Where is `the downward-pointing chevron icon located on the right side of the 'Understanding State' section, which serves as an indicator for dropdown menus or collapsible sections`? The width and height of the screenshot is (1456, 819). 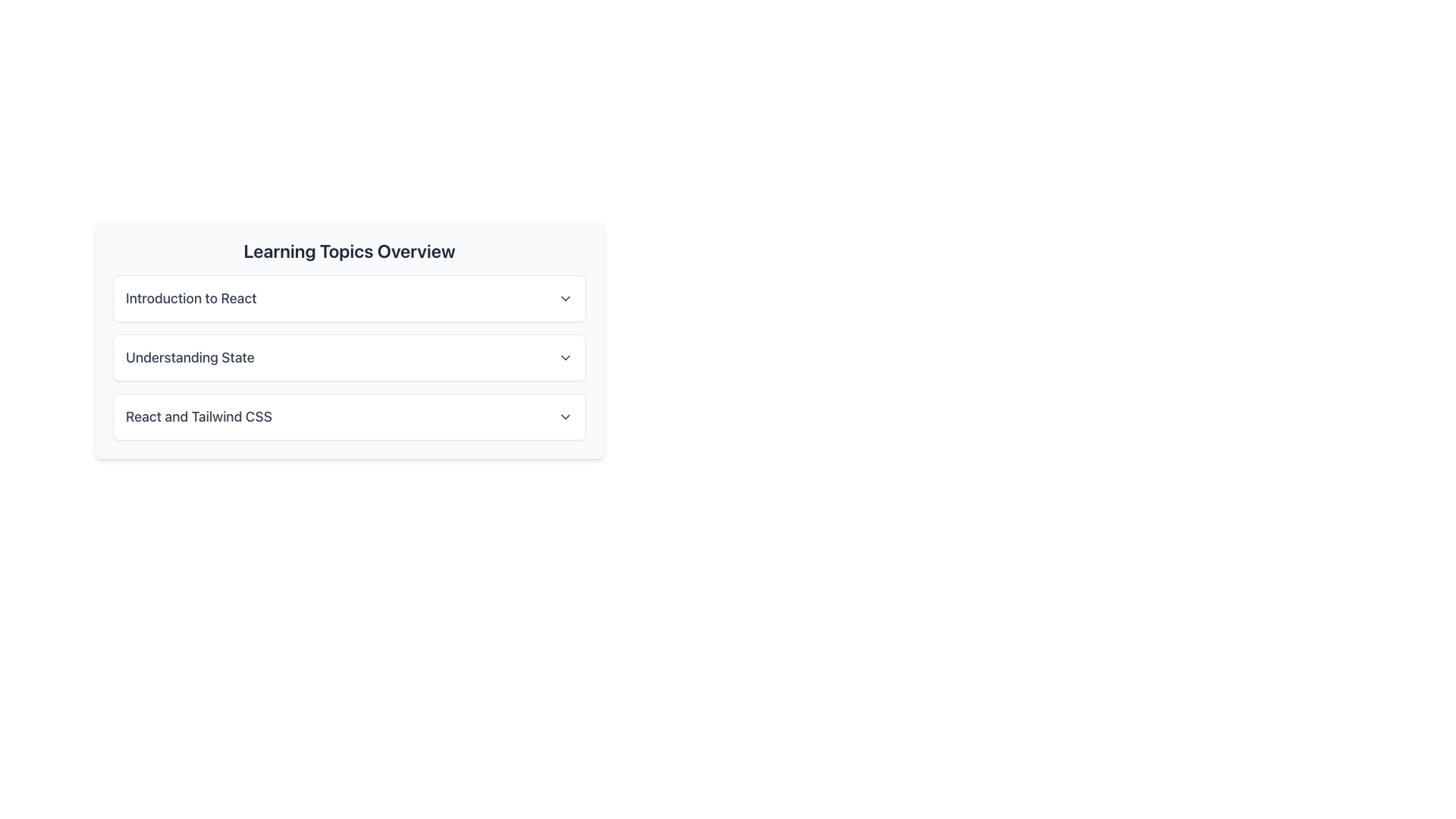
the downward-pointing chevron icon located on the right side of the 'Understanding State' section, which serves as an indicator for dropdown menus or collapsible sections is located at coordinates (564, 357).